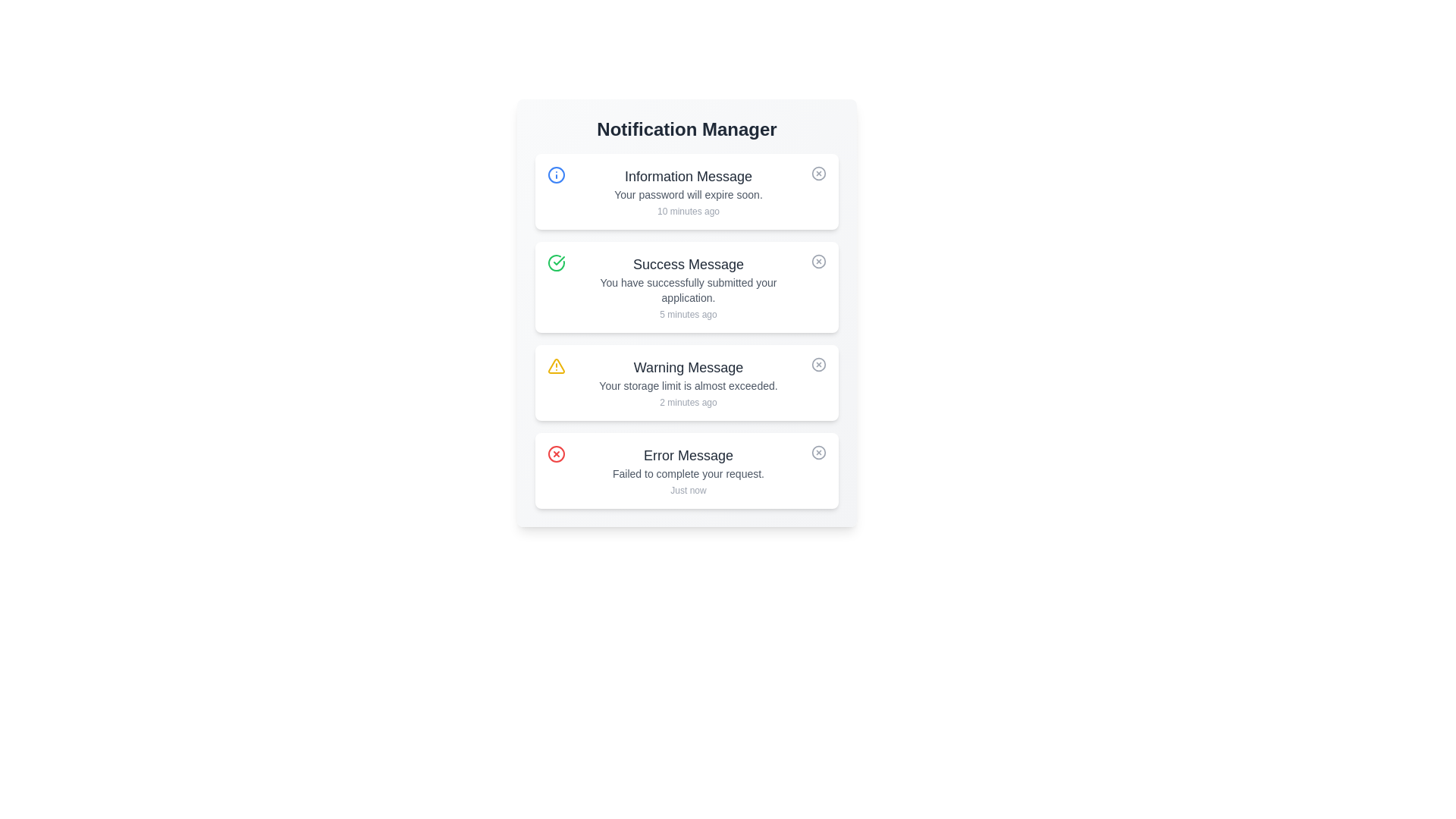  Describe the element at coordinates (687, 290) in the screenshot. I see `information from the text label that provides feedback about the successful submission of the application, located in the second notification card under 'Success Message.'` at that location.